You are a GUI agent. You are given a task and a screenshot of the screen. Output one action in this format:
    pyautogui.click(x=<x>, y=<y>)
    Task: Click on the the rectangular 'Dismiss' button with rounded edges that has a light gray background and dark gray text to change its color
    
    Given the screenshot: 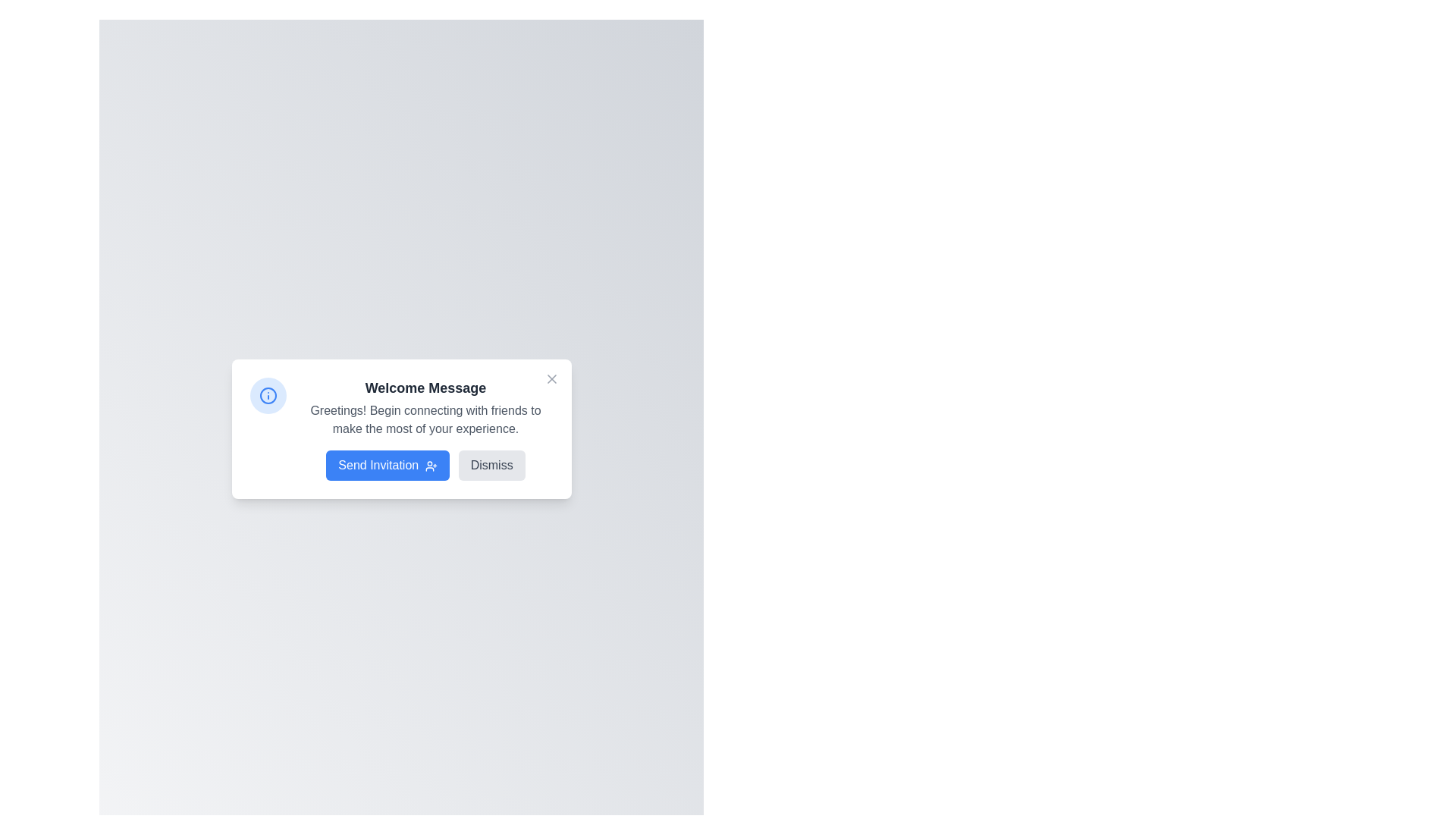 What is the action you would take?
    pyautogui.click(x=491, y=464)
    